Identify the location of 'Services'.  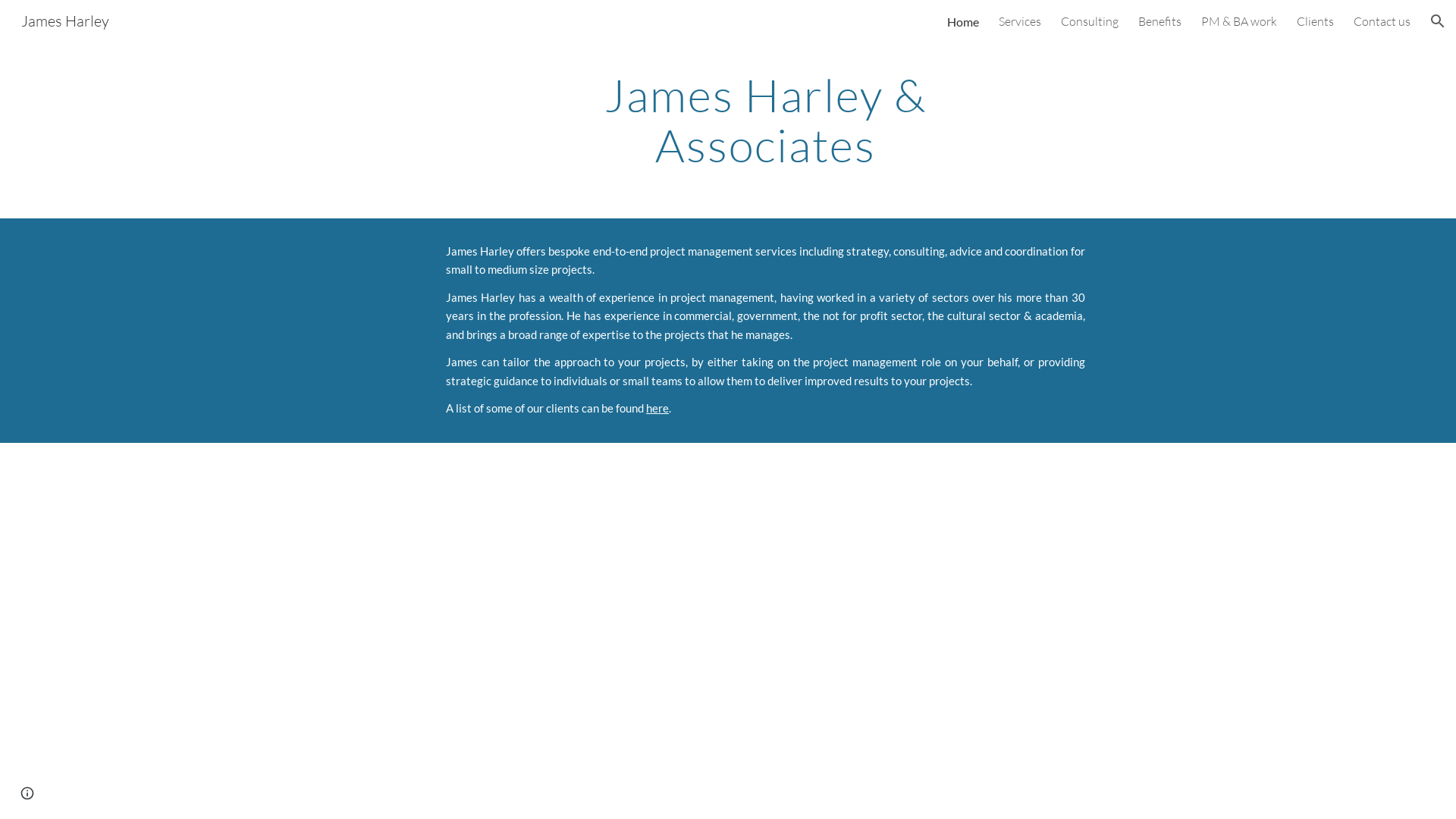
(1019, 20).